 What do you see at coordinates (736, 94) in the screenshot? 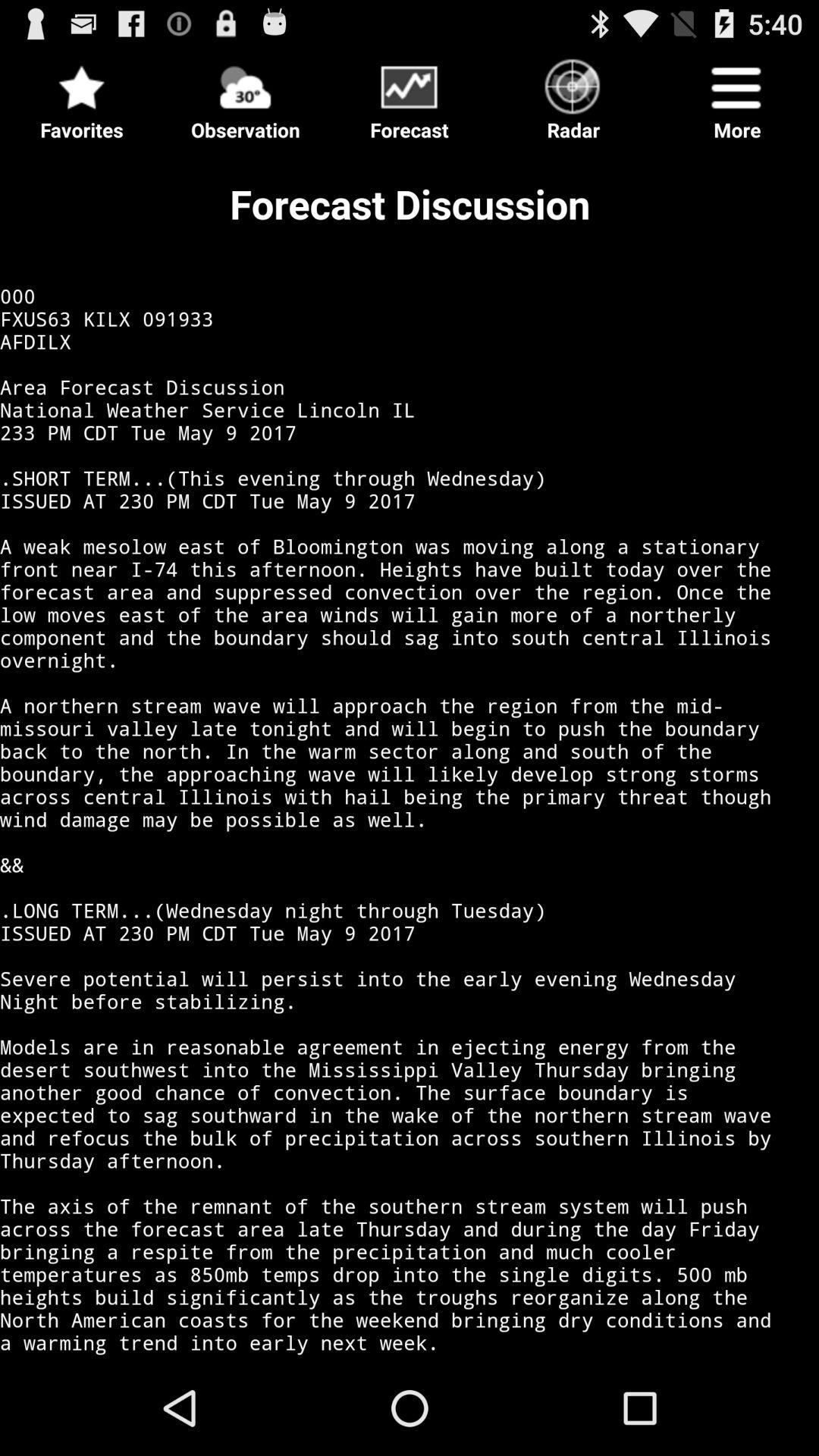
I see `item next to radar icon` at bounding box center [736, 94].